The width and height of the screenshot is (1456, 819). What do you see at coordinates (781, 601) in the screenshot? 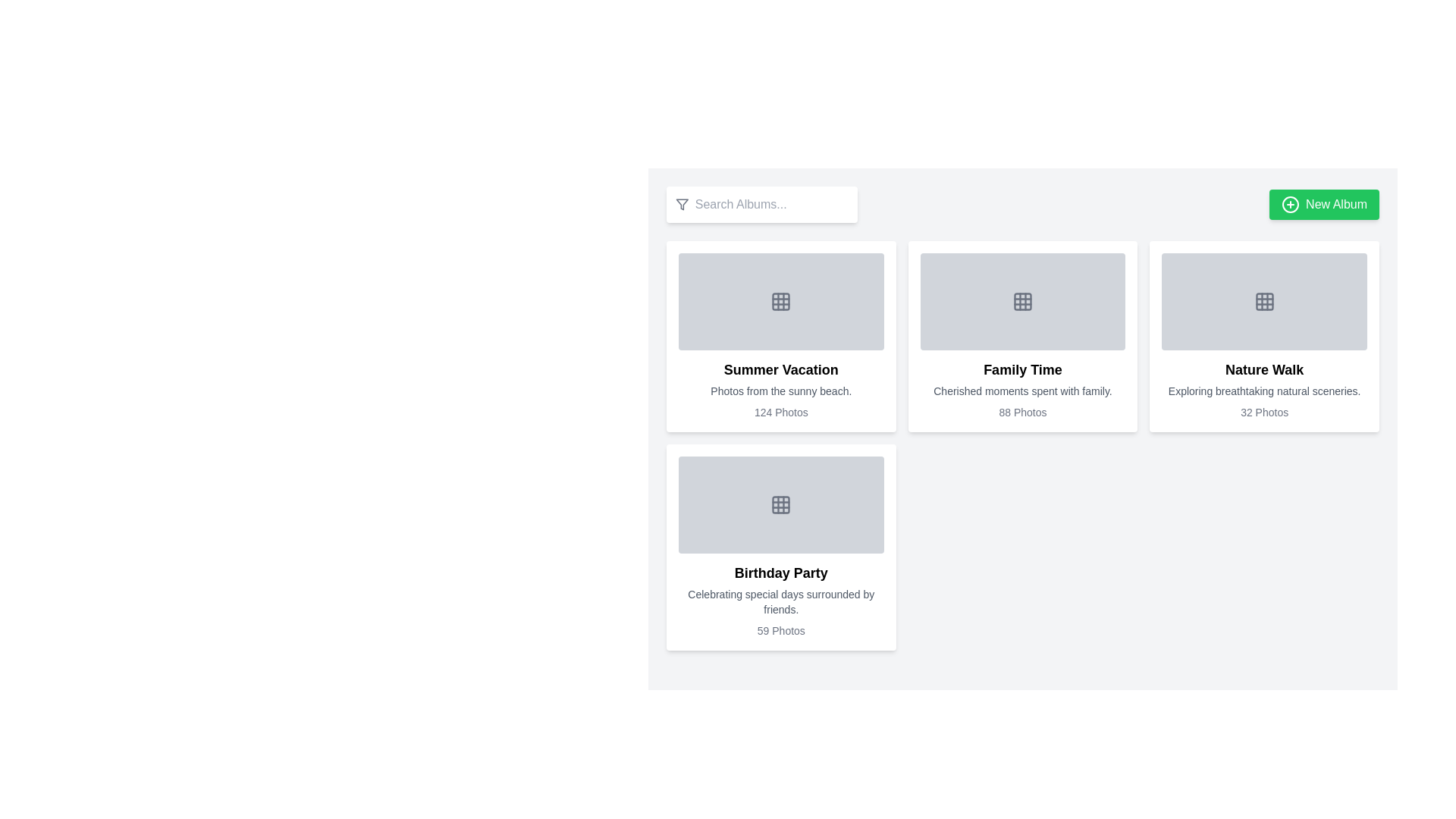
I see `text element stating 'Celebrating special days surrounded by friends.' located within the fourth card labeled 'Birthday Party' in the second row of the grid layout, positioned beneath the title 'Birthday Party.'` at bounding box center [781, 601].